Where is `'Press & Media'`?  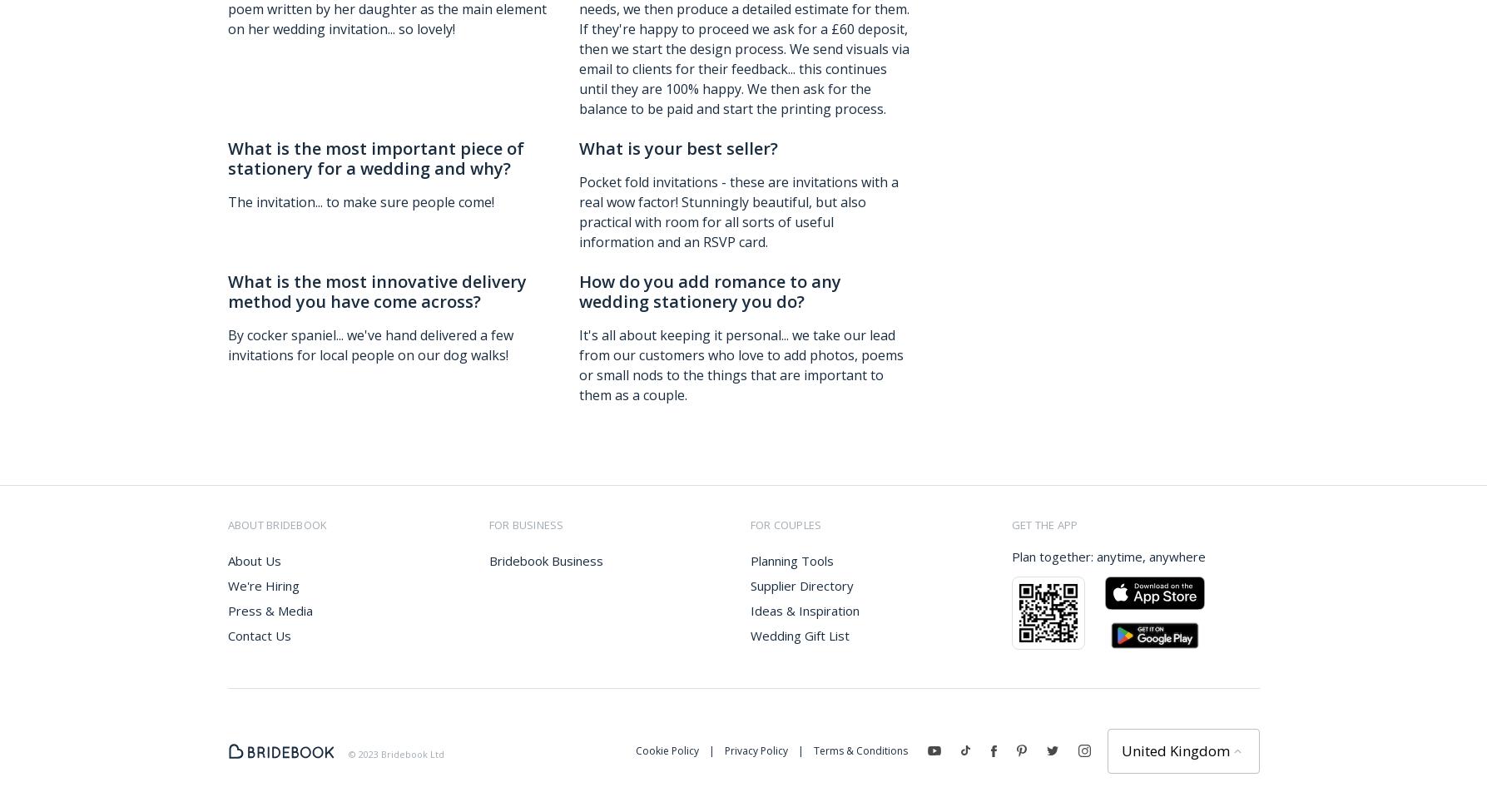
'Press & Media' is located at coordinates (268, 610).